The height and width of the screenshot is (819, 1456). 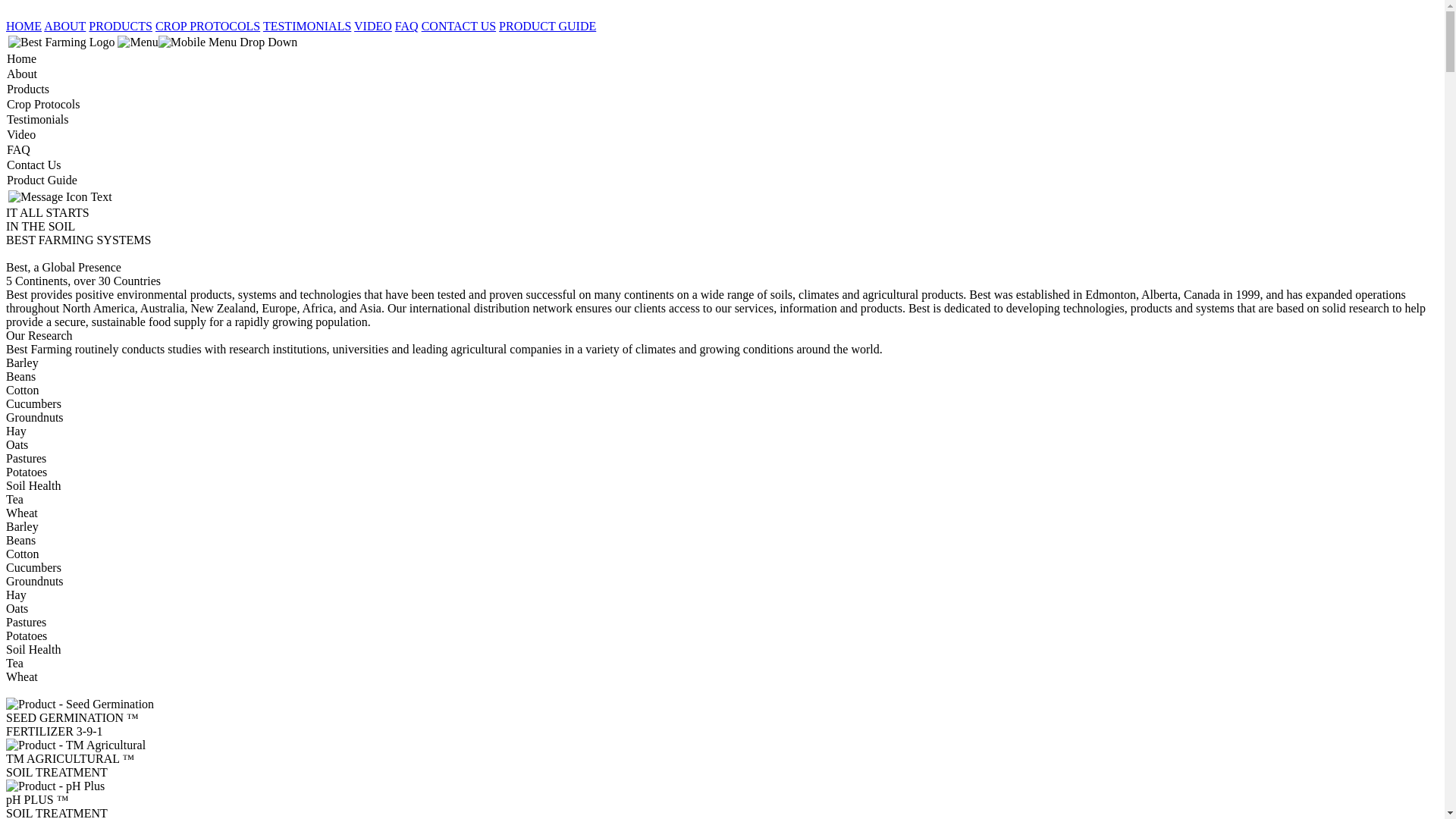 I want to click on 'FAQ', so click(x=395, y=26).